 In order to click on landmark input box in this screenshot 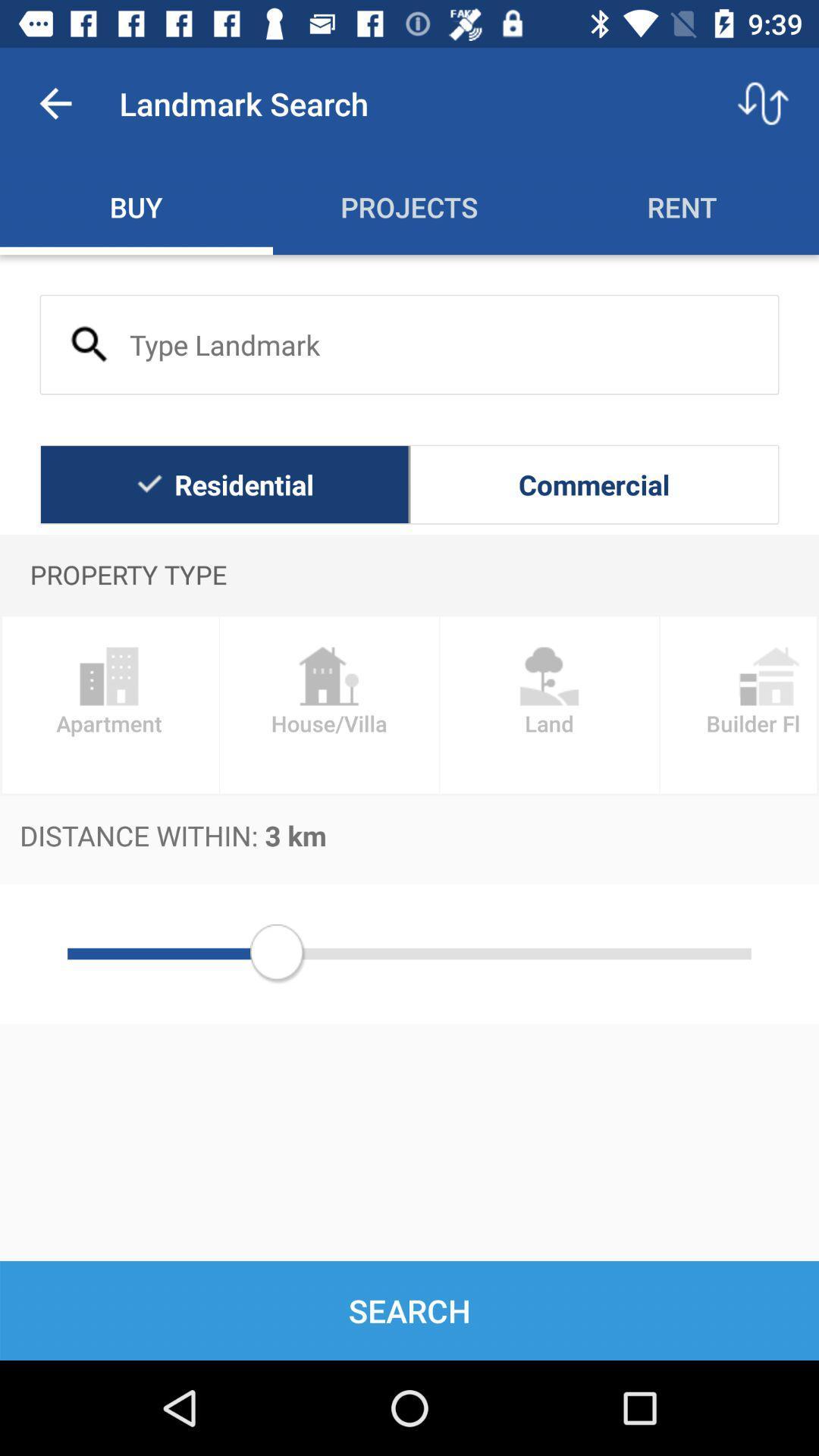, I will do `click(409, 344)`.